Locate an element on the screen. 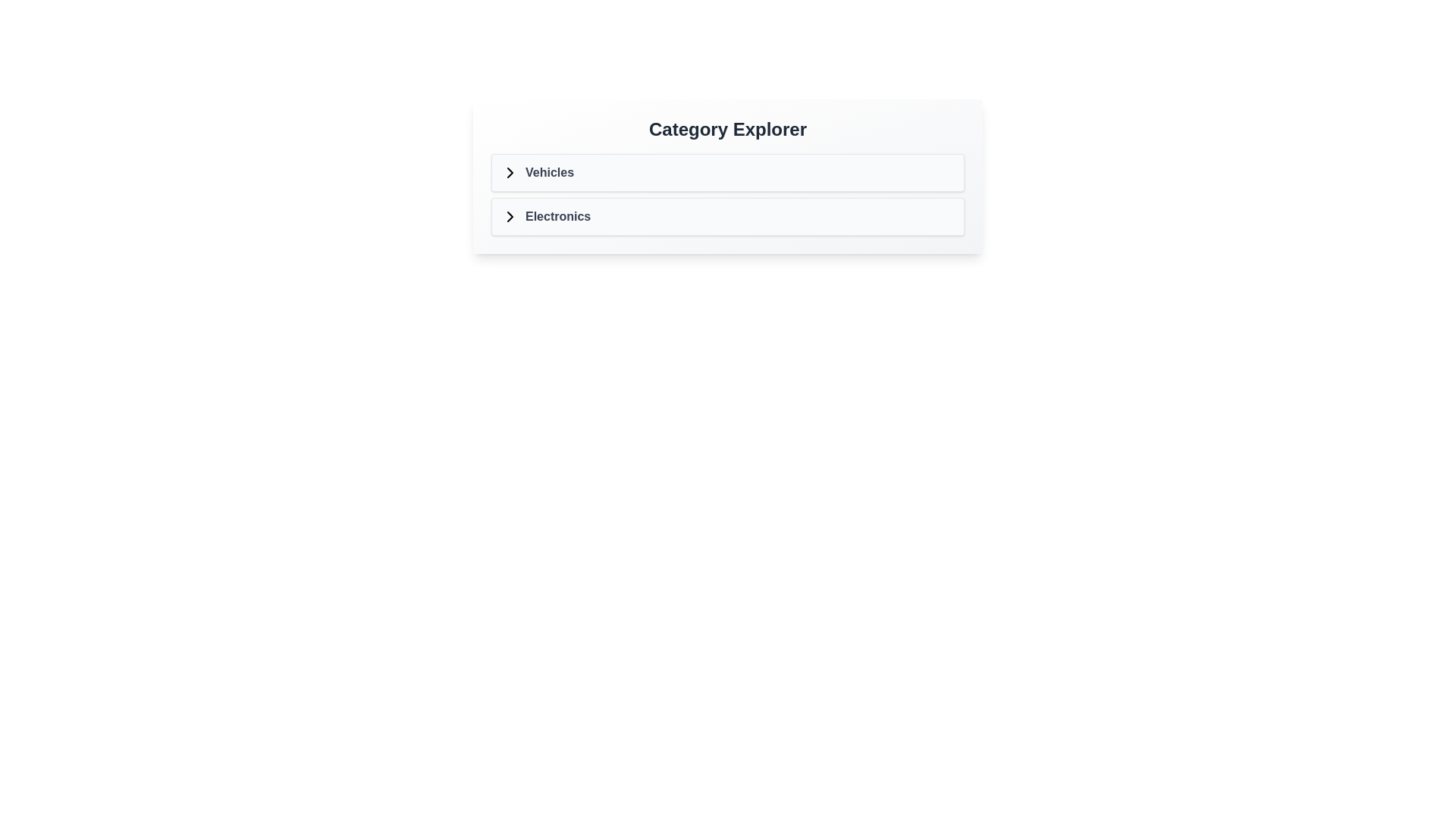 This screenshot has width=1456, height=819. the 'Electronics' text with icon element, which is styled in bold dark gray and positioned beneath the 'Vehicles' entry in the Category Explorer list is located at coordinates (546, 216).